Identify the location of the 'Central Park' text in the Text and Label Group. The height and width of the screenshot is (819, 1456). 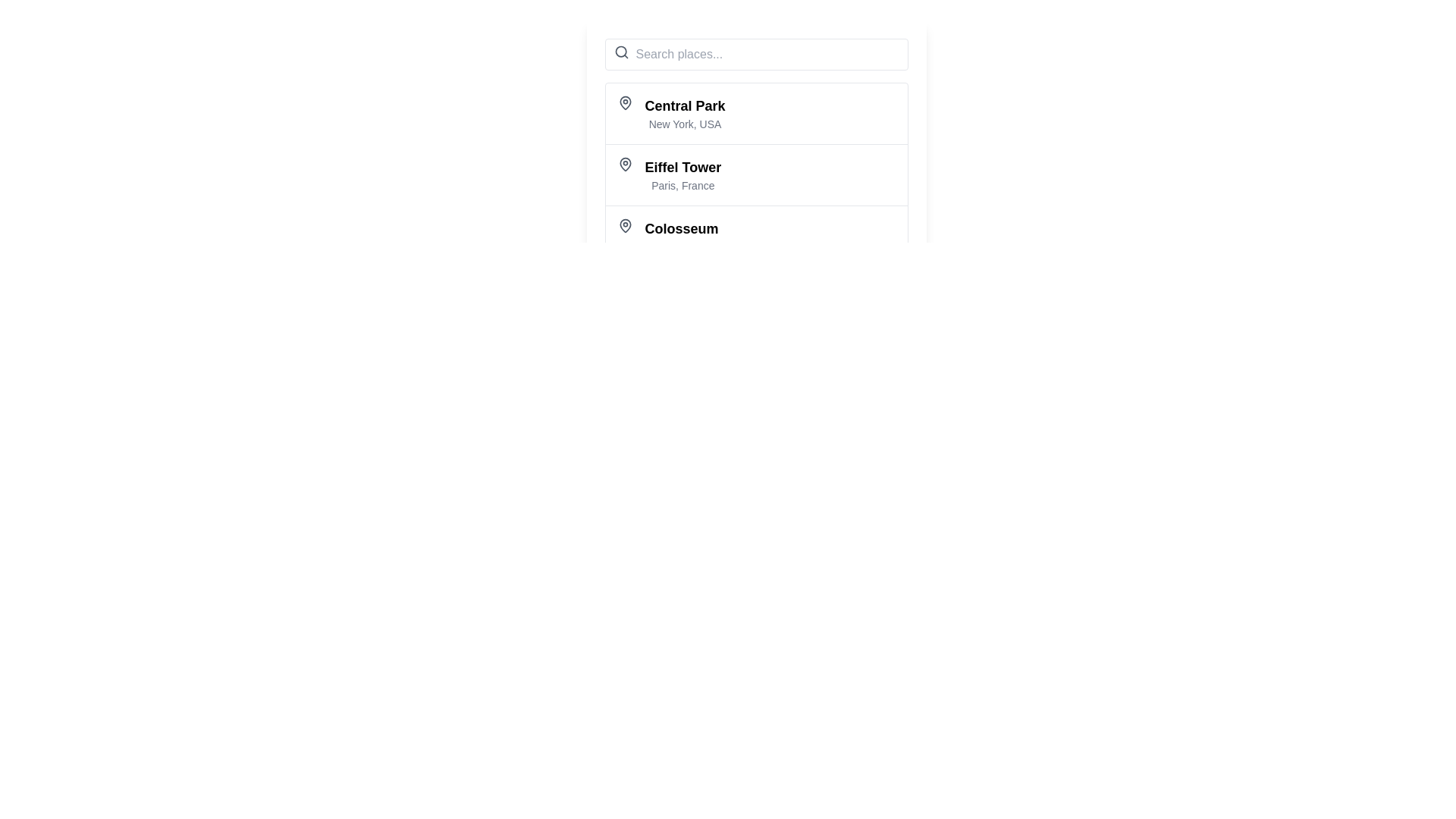
(684, 113).